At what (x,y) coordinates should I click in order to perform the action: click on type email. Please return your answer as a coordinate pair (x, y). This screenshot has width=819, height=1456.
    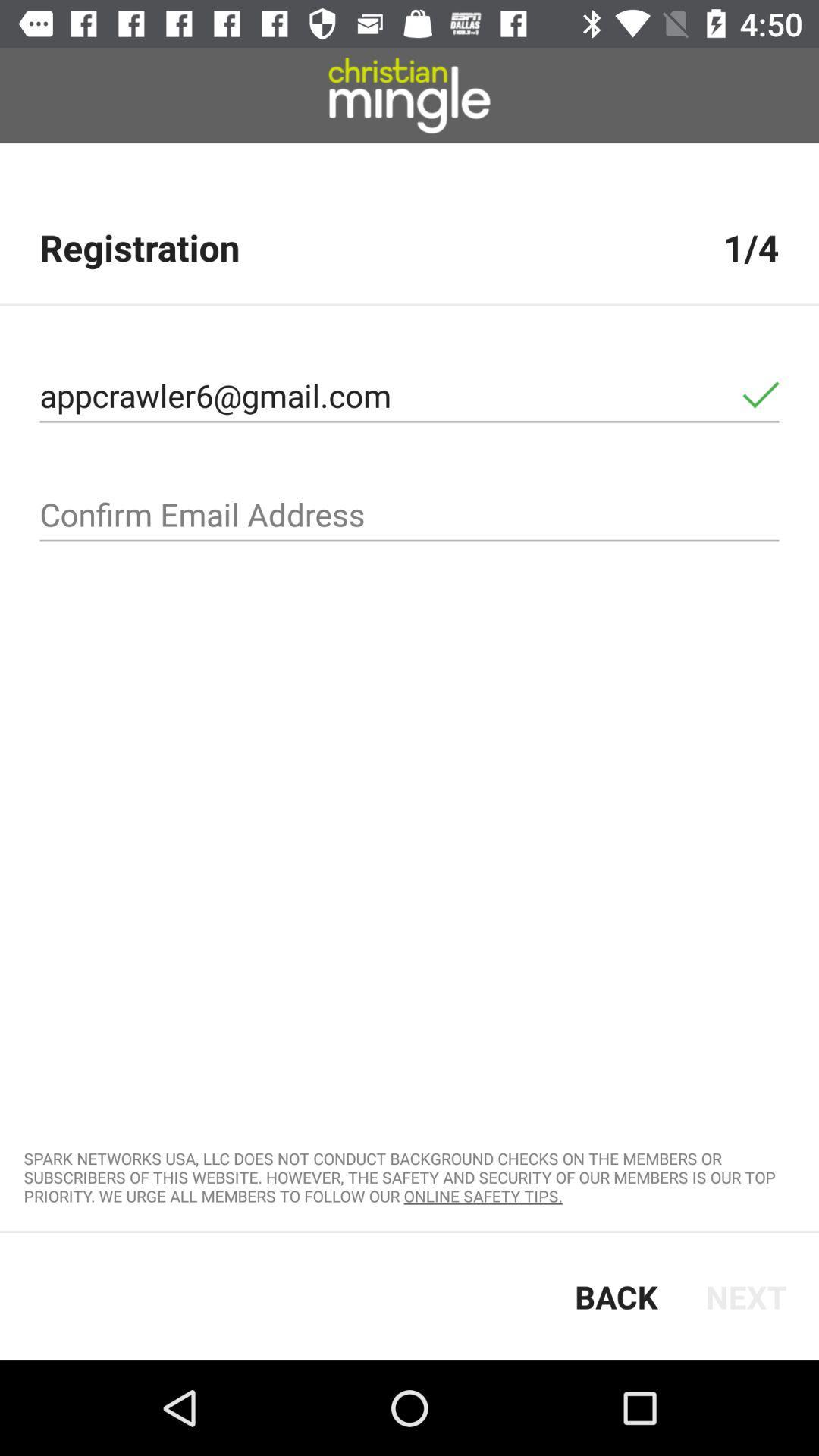
    Looking at the image, I should click on (409, 515).